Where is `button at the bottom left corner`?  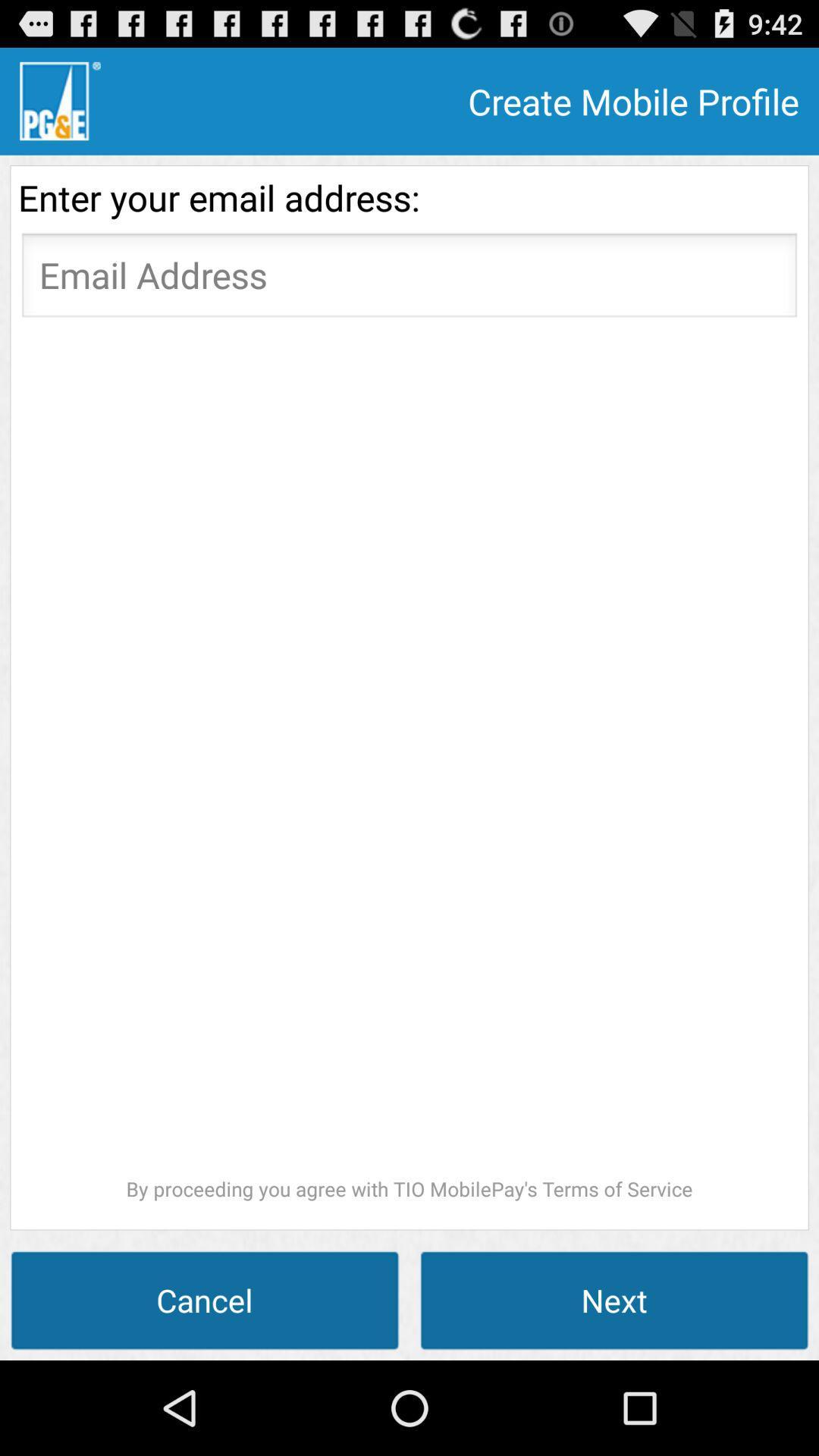 button at the bottom left corner is located at coordinates (205, 1299).